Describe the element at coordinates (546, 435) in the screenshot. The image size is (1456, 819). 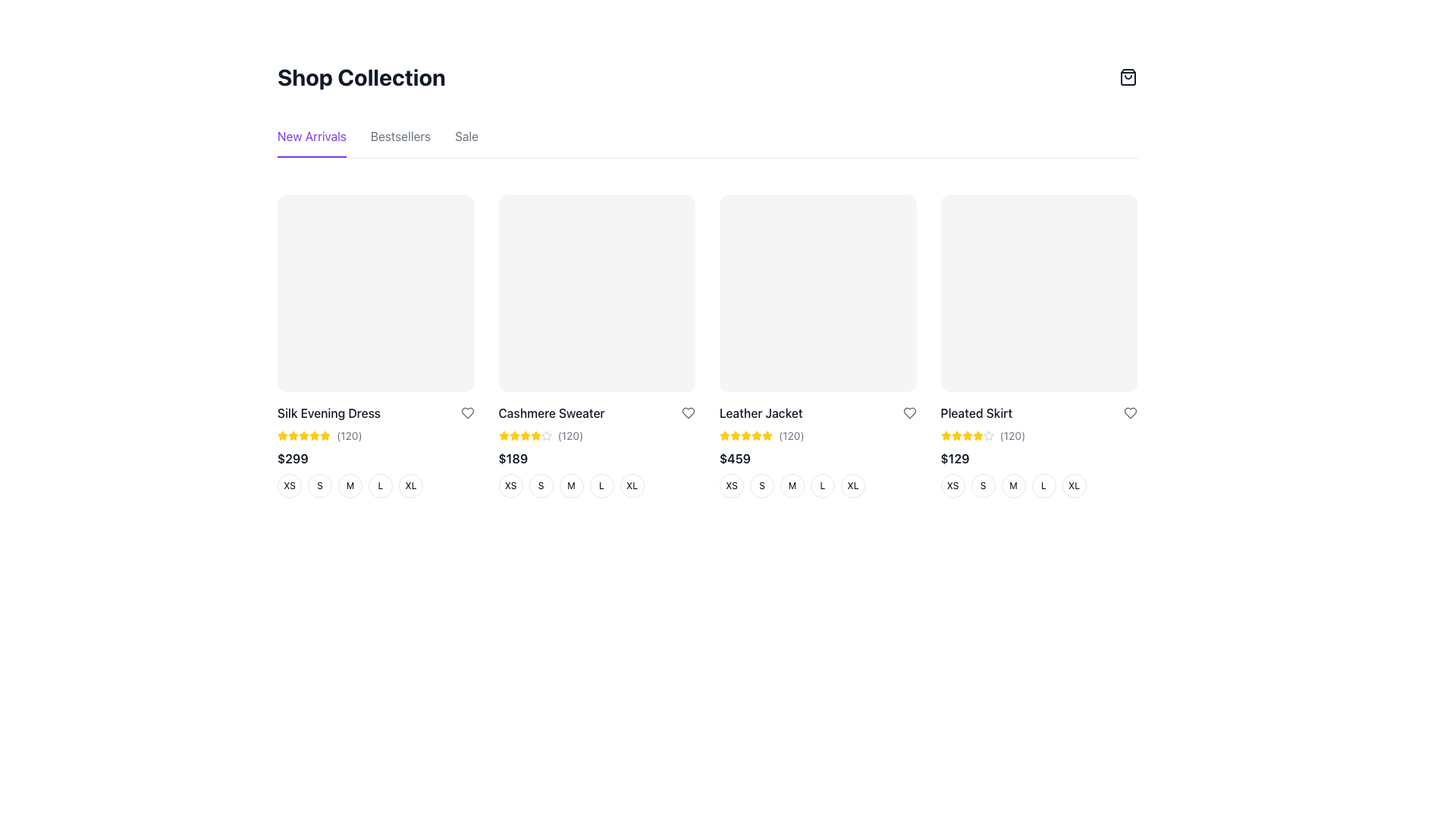
I see `the fifth star icon in the rating system for the 'Cashmere Sweater'` at that location.